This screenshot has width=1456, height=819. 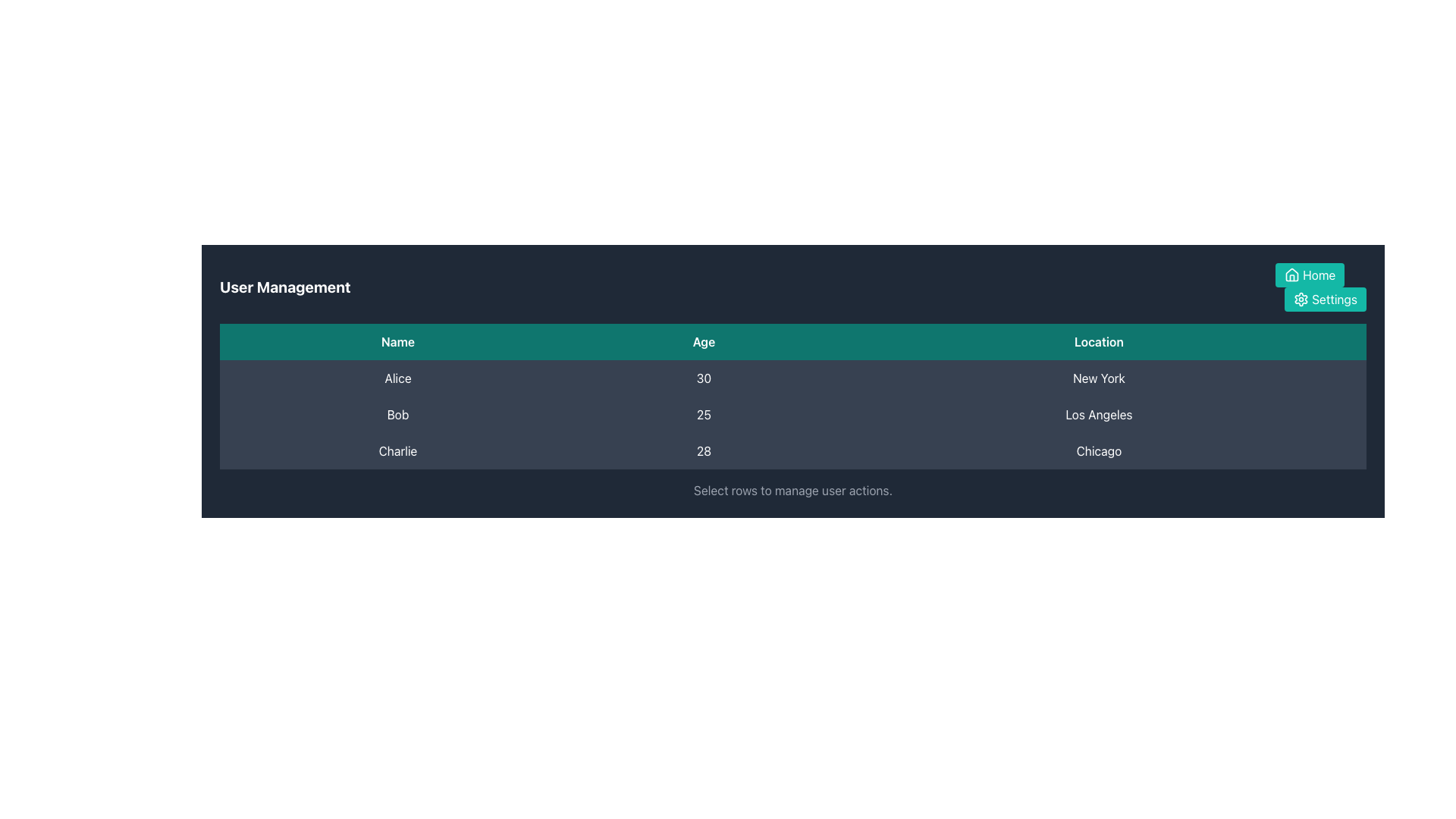 What do you see at coordinates (703, 342) in the screenshot?
I see `the 'Age' column header text label located between 'Name' and 'Location' in the header of the tabular layout` at bounding box center [703, 342].